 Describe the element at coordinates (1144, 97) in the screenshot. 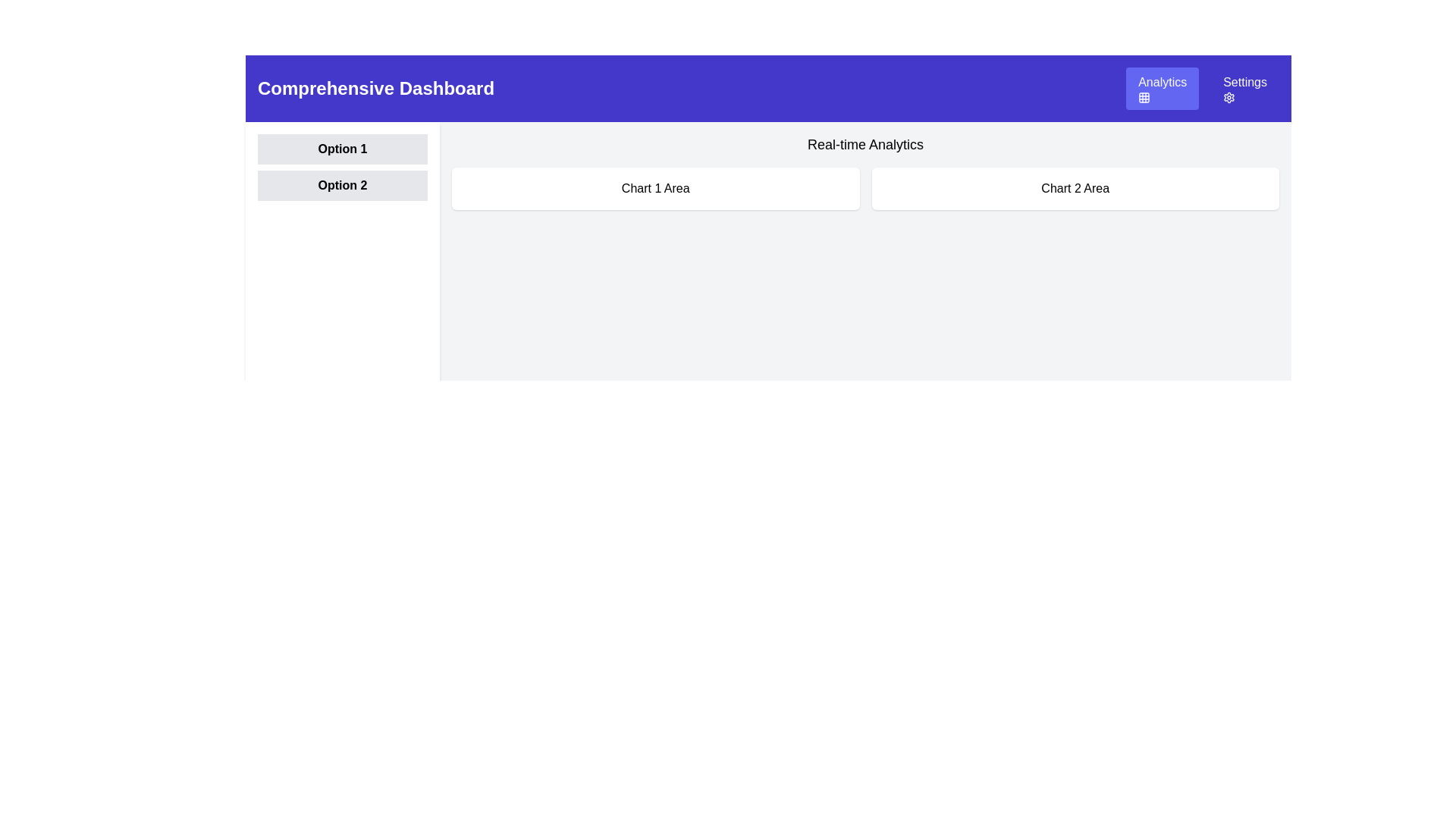

I see `the small grid icon, which is styled with a light blue background and located within the 'Analytics' button on the top navigation bar` at that location.